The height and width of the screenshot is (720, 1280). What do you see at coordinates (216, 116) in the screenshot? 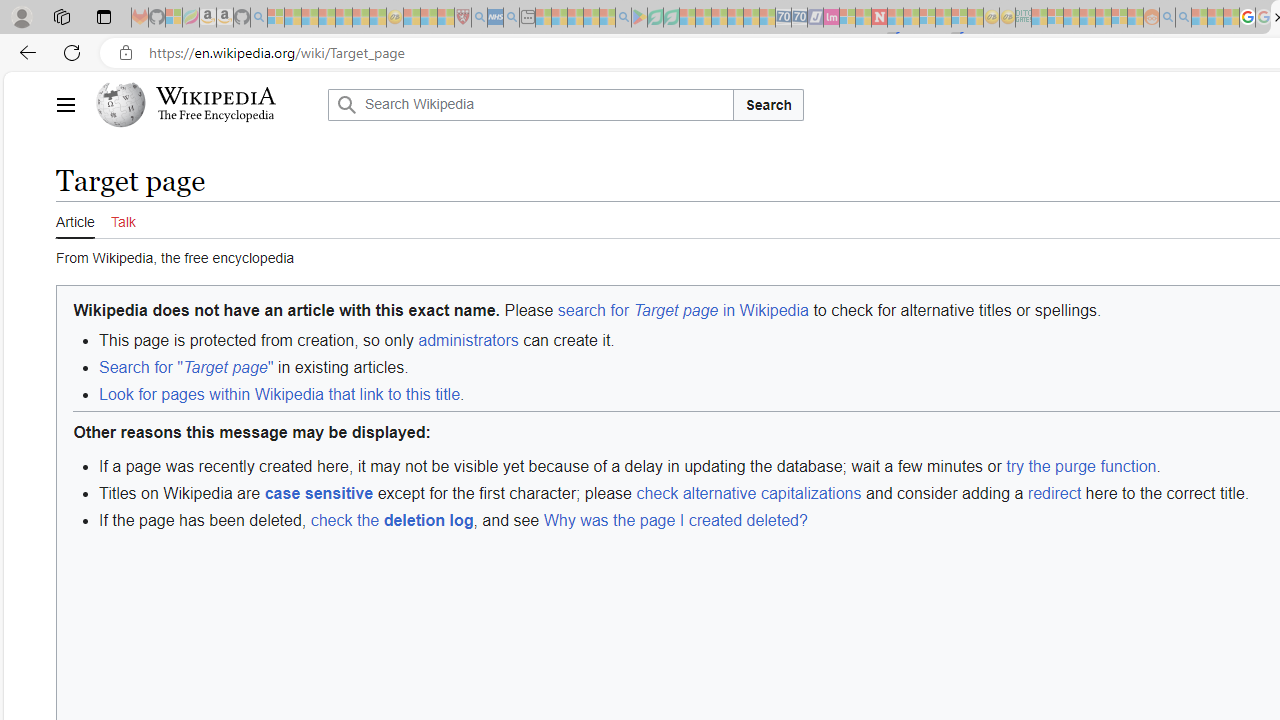
I see `'The Free Encyclopedia'` at bounding box center [216, 116].